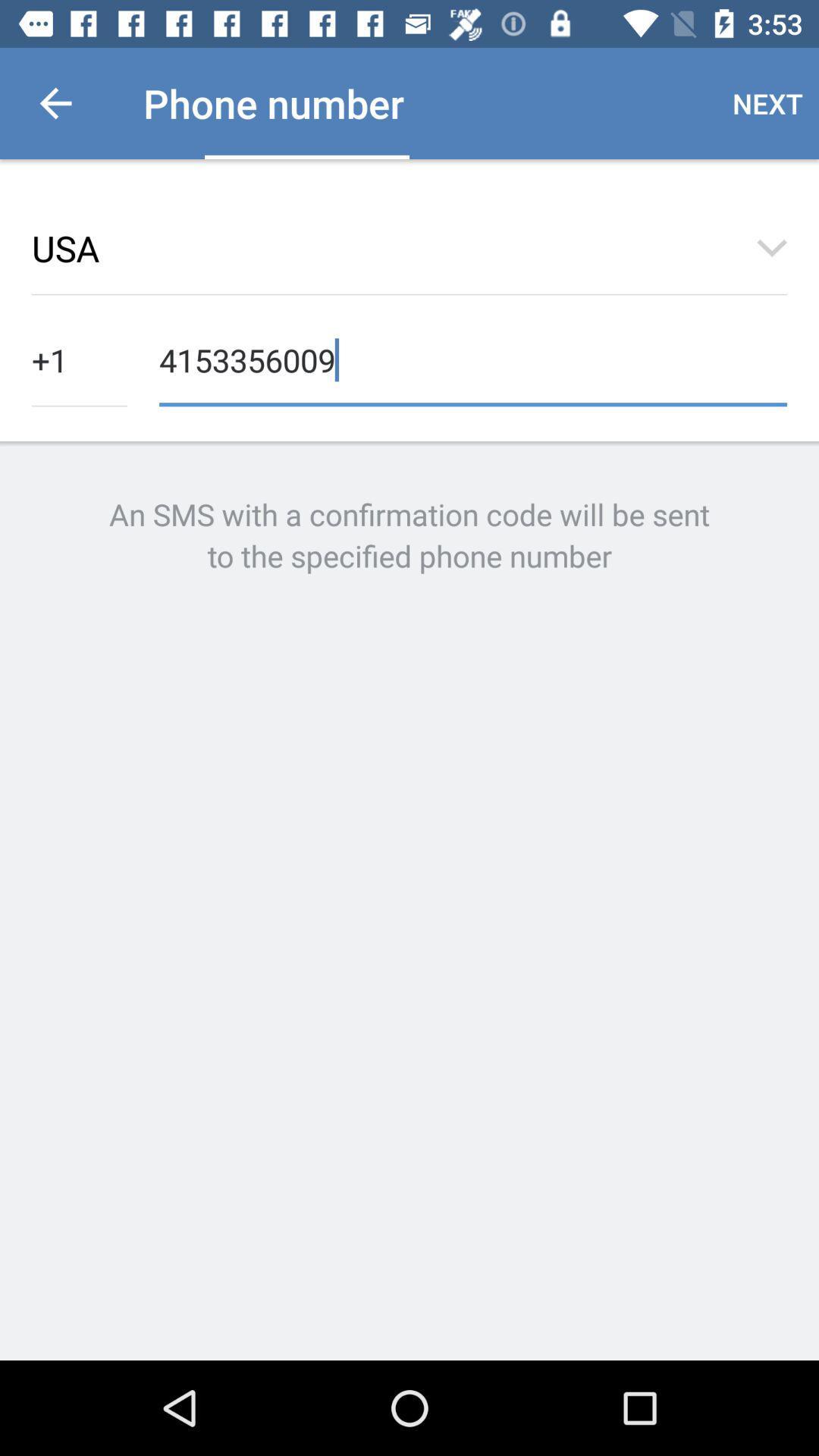 This screenshot has width=819, height=1456. Describe the element at coordinates (79, 358) in the screenshot. I see `the item to the left of 4153356009 item` at that location.